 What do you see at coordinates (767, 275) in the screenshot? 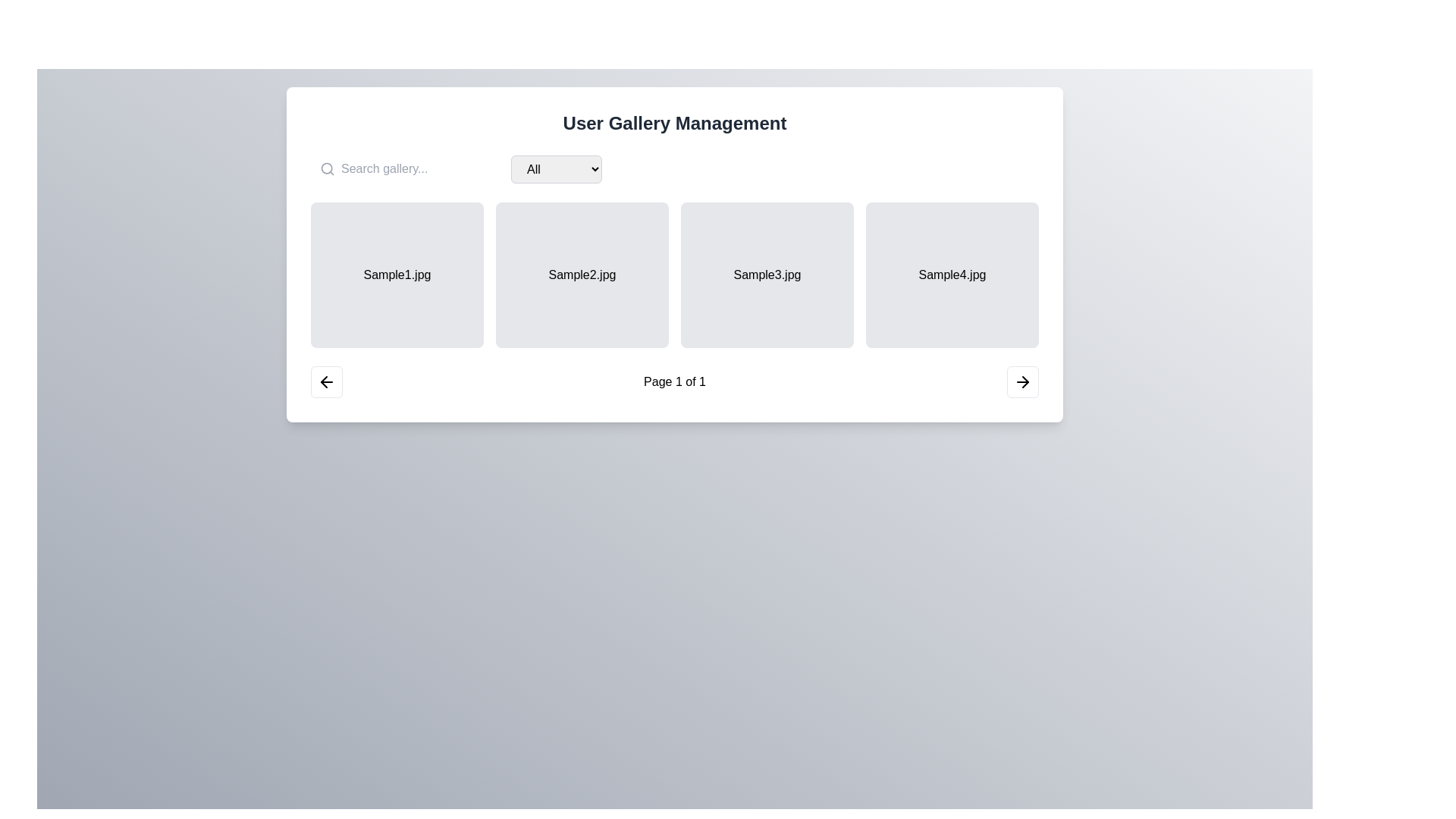
I see `the Card element displaying 'Sample3.jpg', which is a rectangular card with rounded edges and a light gray background, located in the User Gallery Management panel` at bounding box center [767, 275].